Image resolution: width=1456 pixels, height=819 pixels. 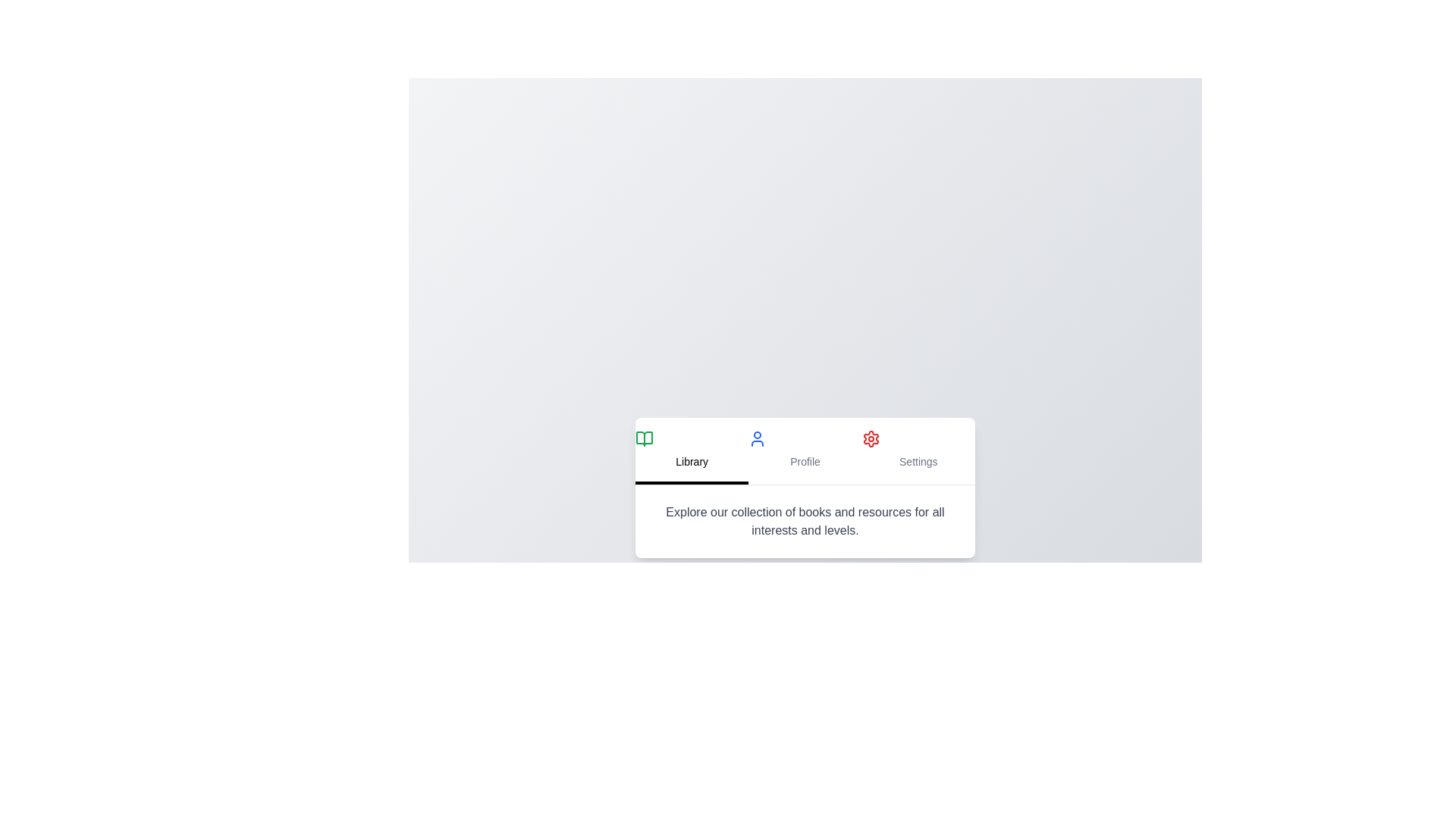 What do you see at coordinates (758, 438) in the screenshot?
I see `the tab icon for Profile` at bounding box center [758, 438].